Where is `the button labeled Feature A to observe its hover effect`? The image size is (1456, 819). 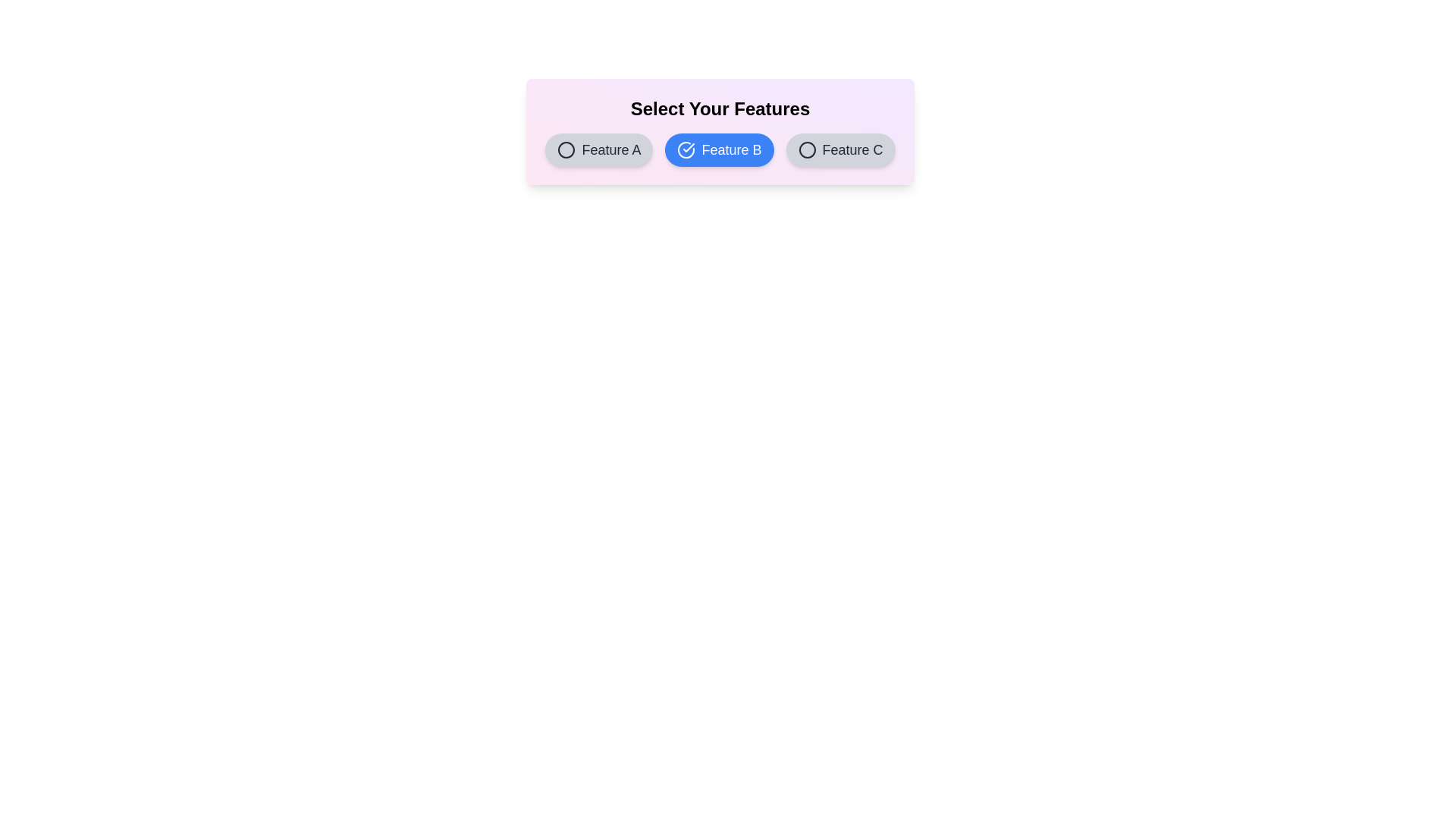
the button labeled Feature A to observe its hover effect is located at coordinates (598, 149).